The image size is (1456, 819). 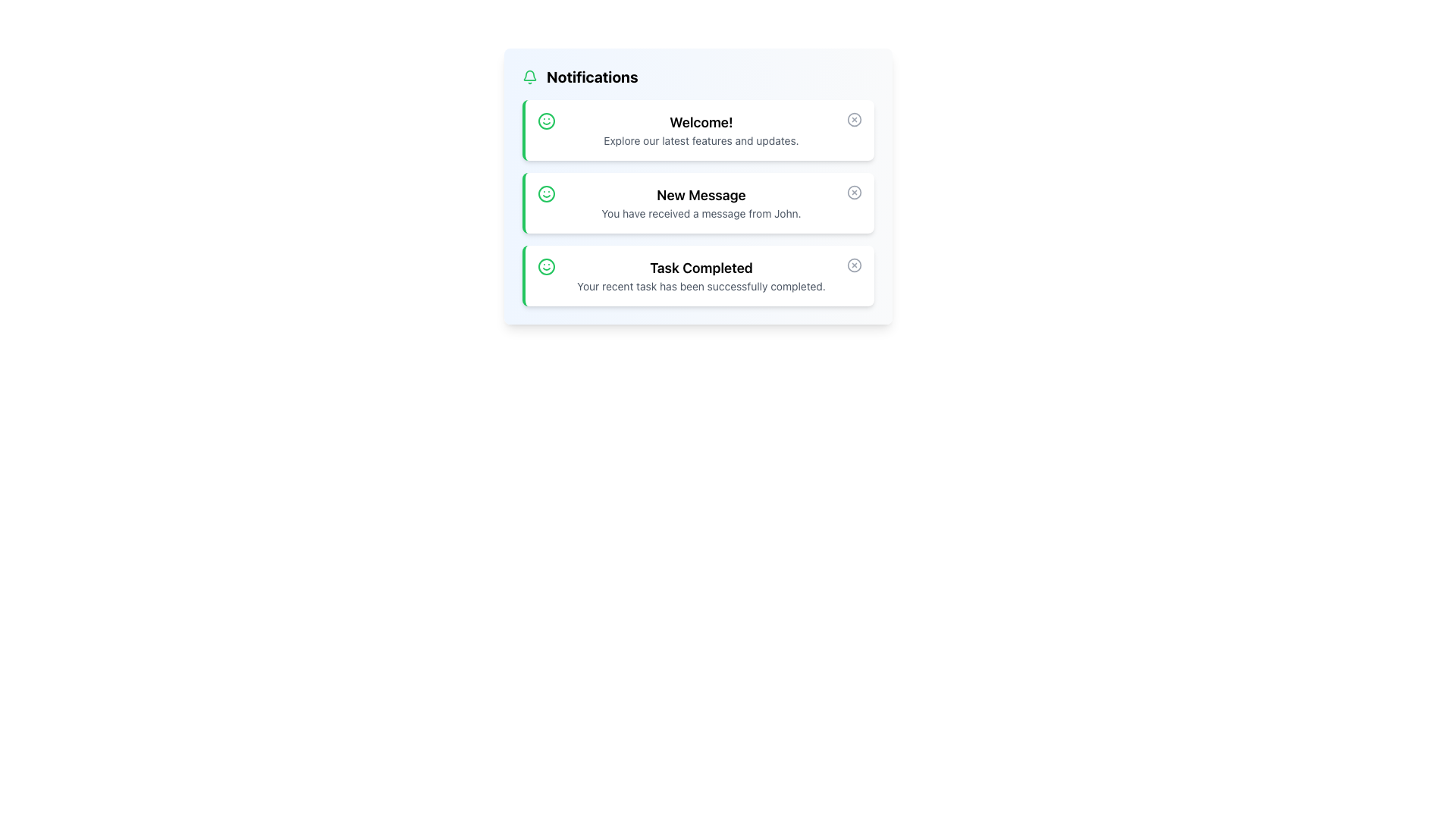 What do you see at coordinates (701, 122) in the screenshot?
I see `the Text Display element that serves as a header or greeting text for the notification card, positioned prominently in the center above the smaller text element` at bounding box center [701, 122].